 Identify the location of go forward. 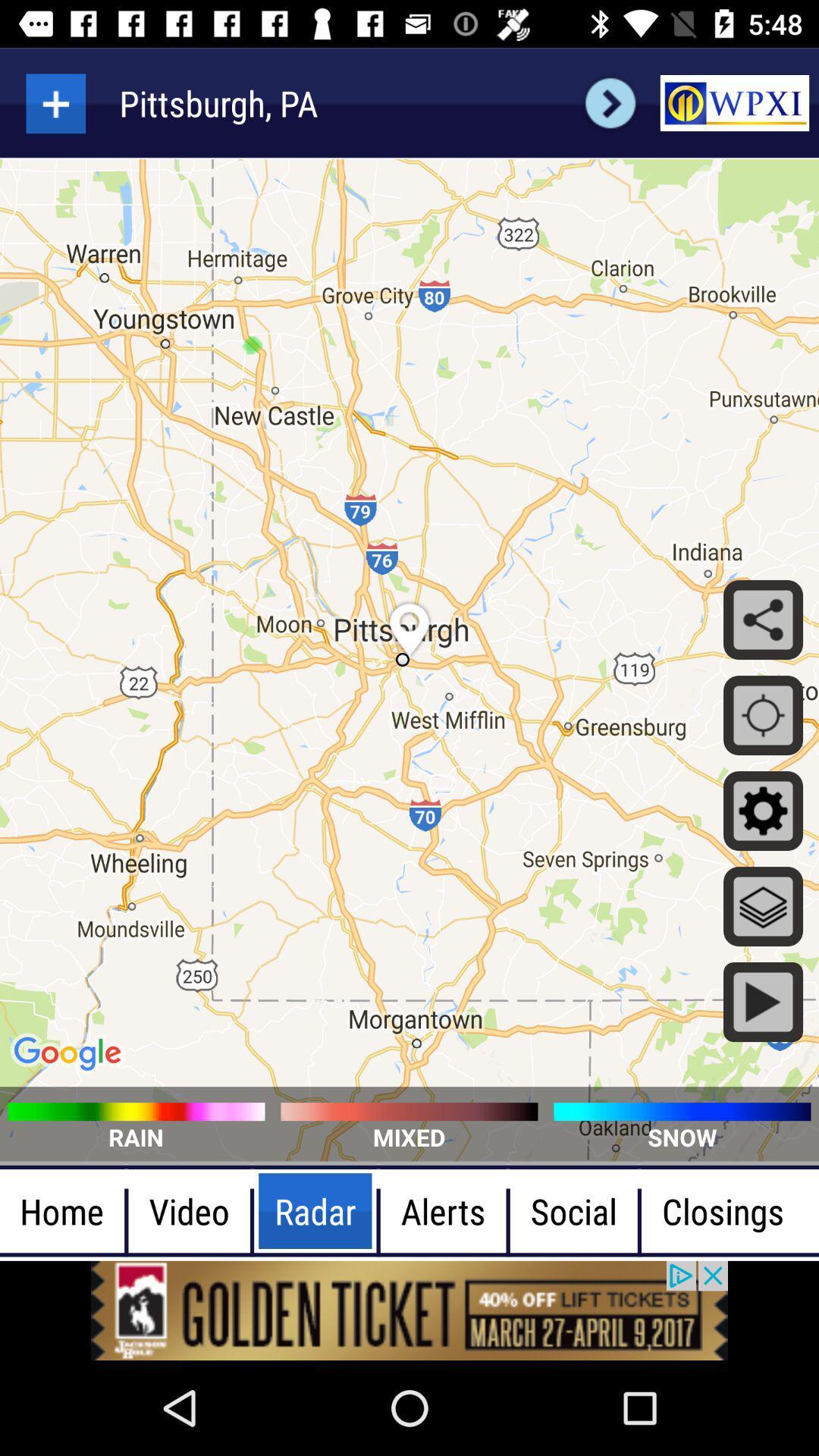
(610, 102).